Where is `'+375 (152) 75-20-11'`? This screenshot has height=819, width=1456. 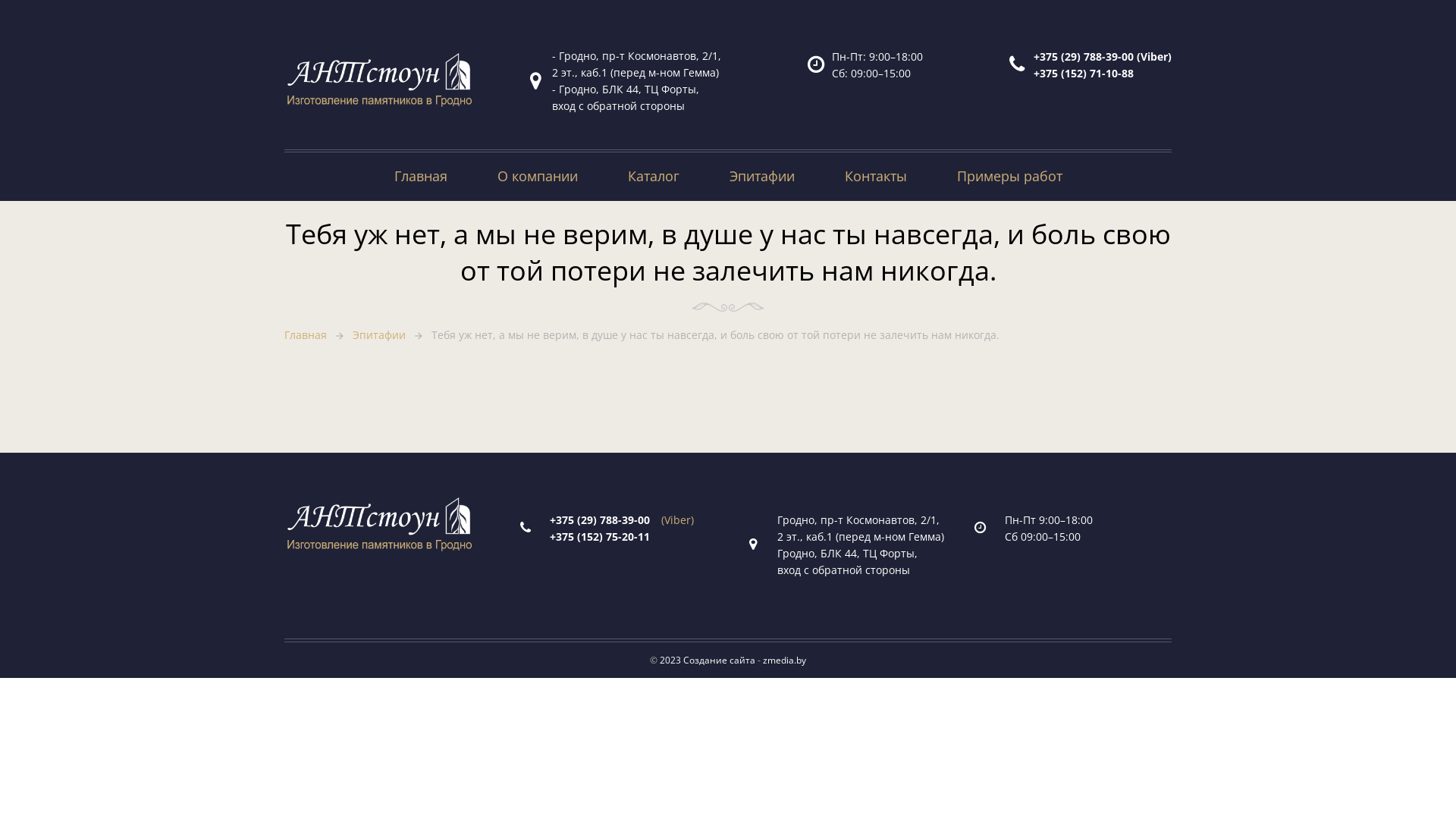 '+375 (152) 75-20-11' is located at coordinates (604, 535).